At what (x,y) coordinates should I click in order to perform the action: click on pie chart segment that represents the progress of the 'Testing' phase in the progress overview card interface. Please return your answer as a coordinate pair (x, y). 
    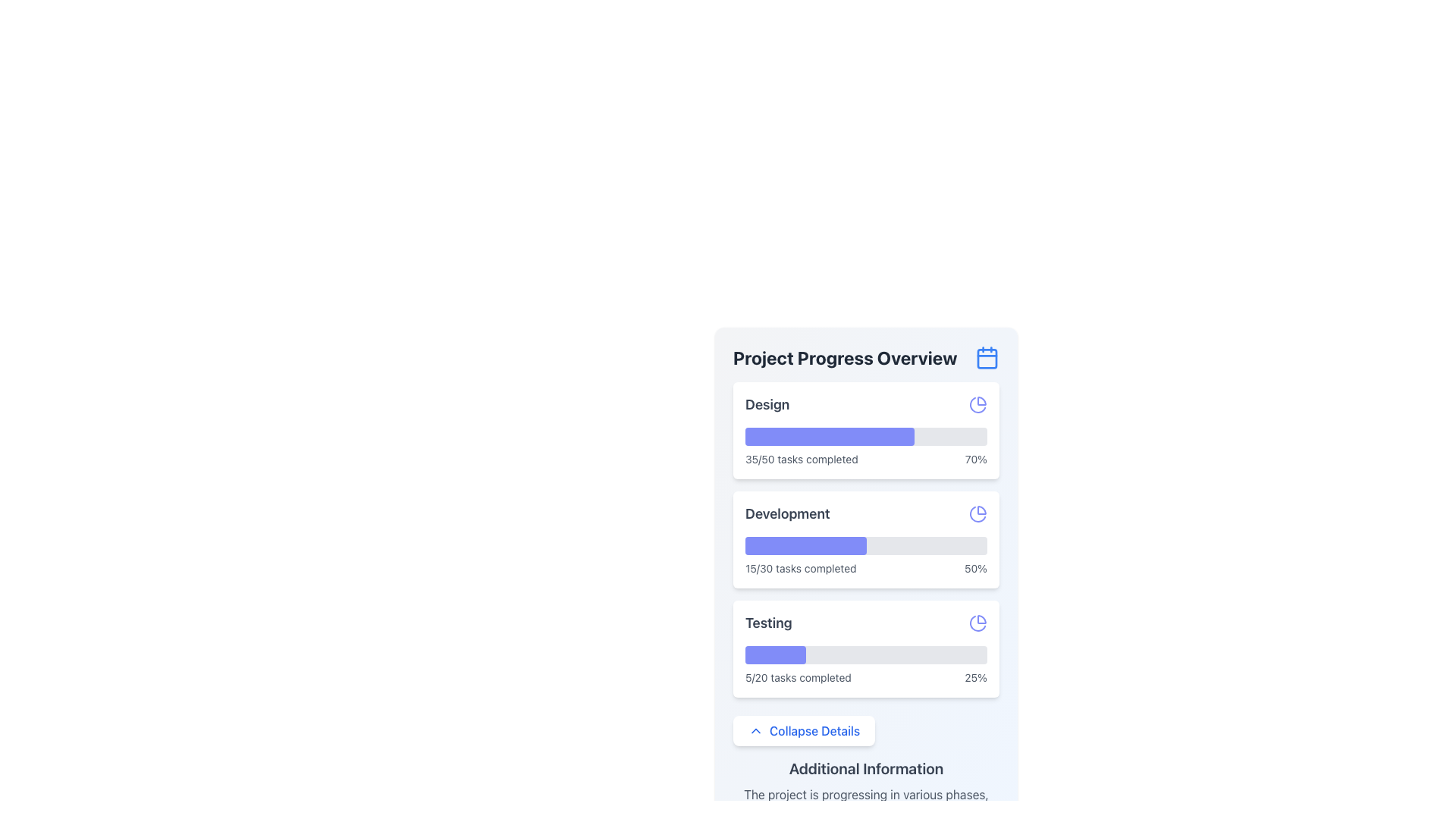
    Looking at the image, I should click on (977, 623).